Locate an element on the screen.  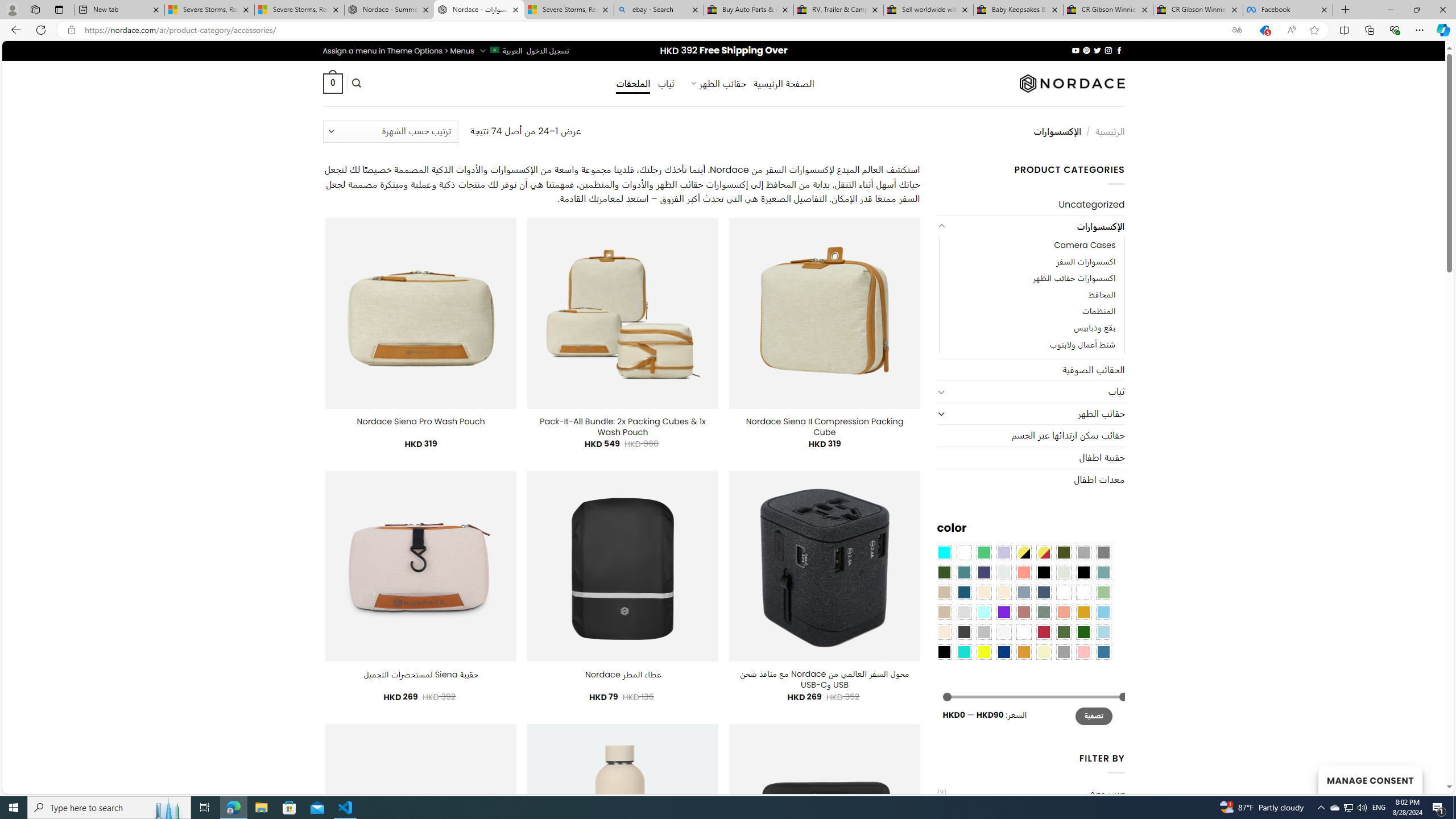
'Show translate options' is located at coordinates (1236, 30).